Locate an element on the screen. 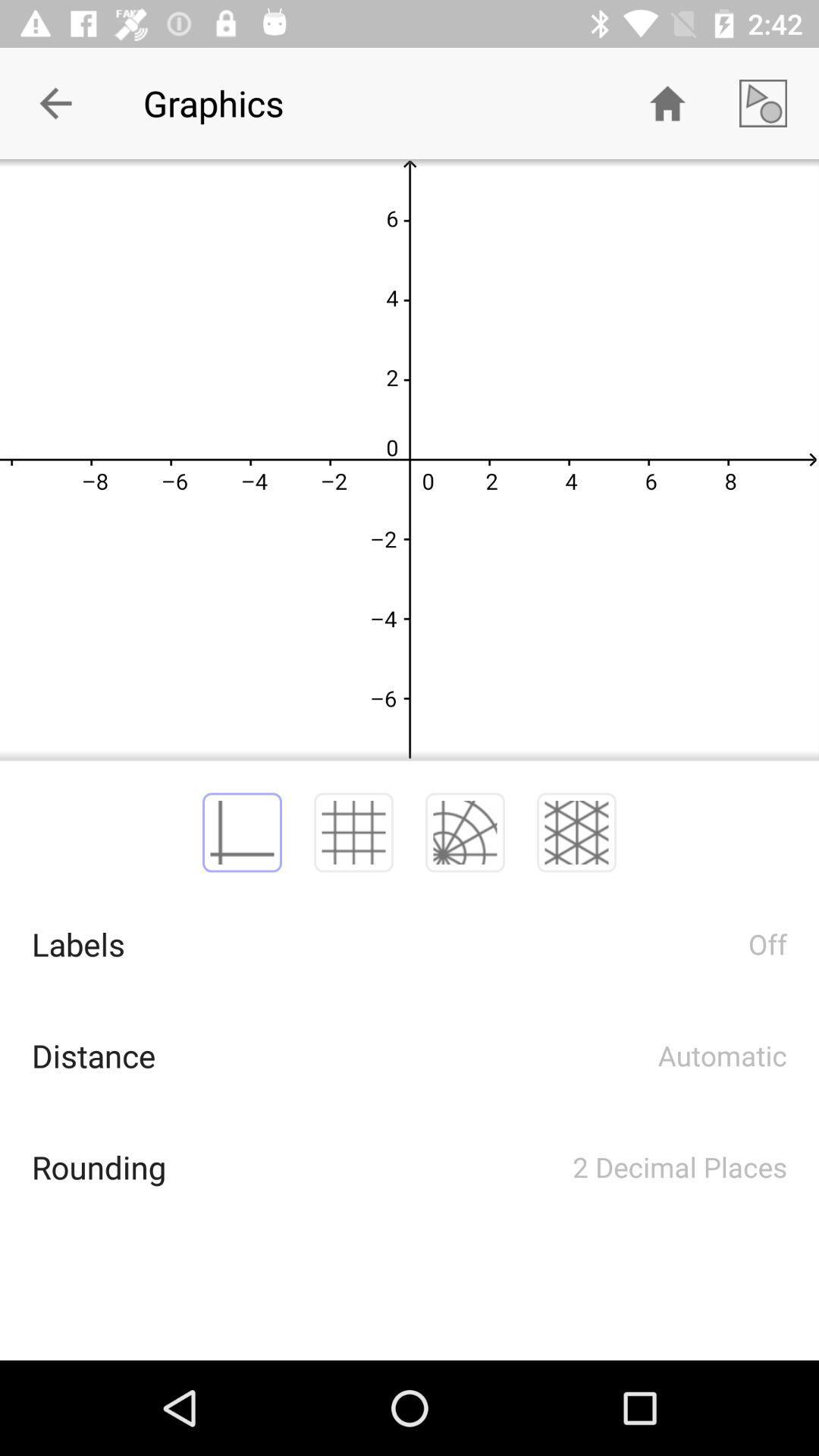 The height and width of the screenshot is (1456, 819). icon at the top left corner is located at coordinates (55, 102).